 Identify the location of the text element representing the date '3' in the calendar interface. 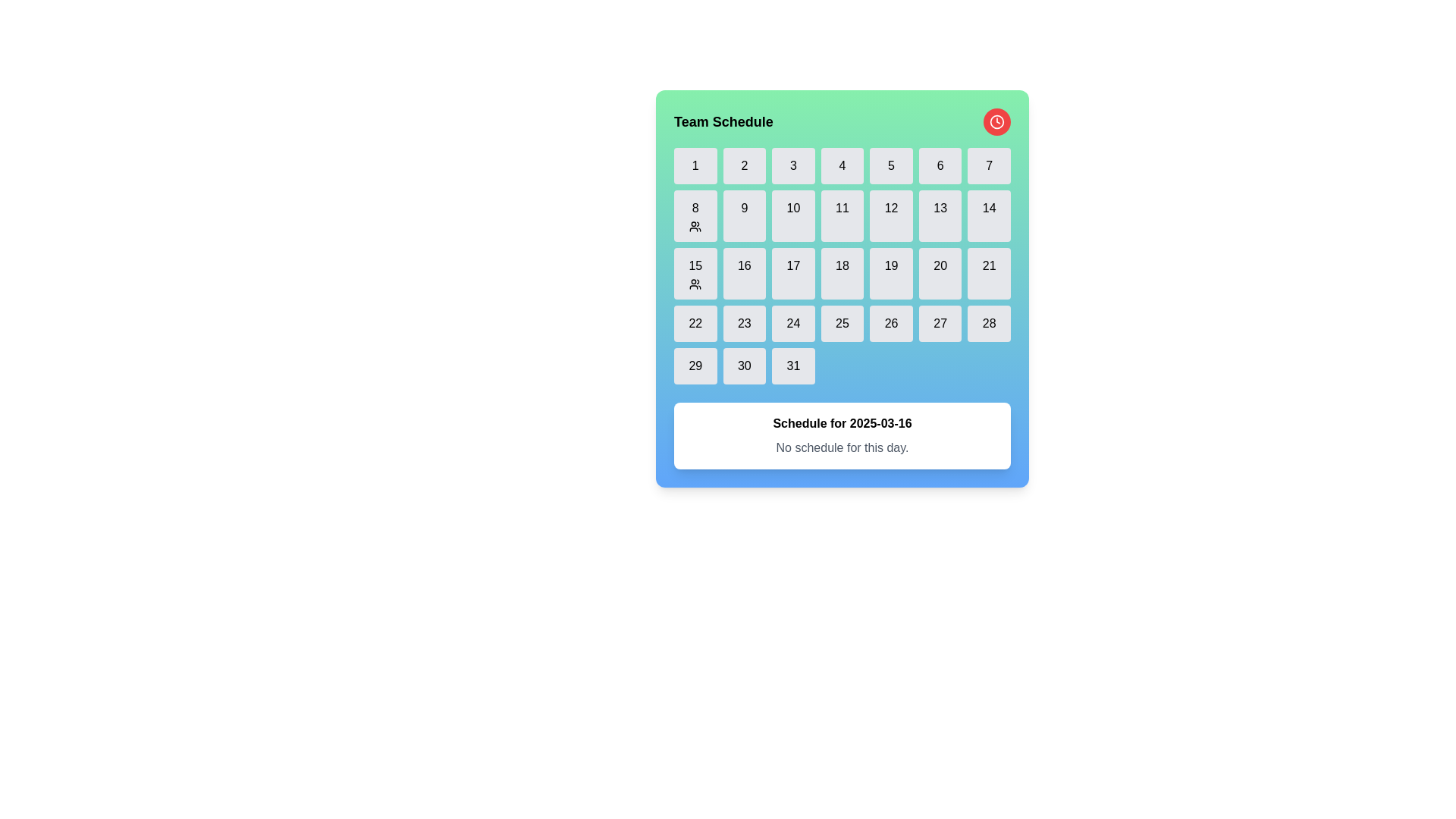
(792, 166).